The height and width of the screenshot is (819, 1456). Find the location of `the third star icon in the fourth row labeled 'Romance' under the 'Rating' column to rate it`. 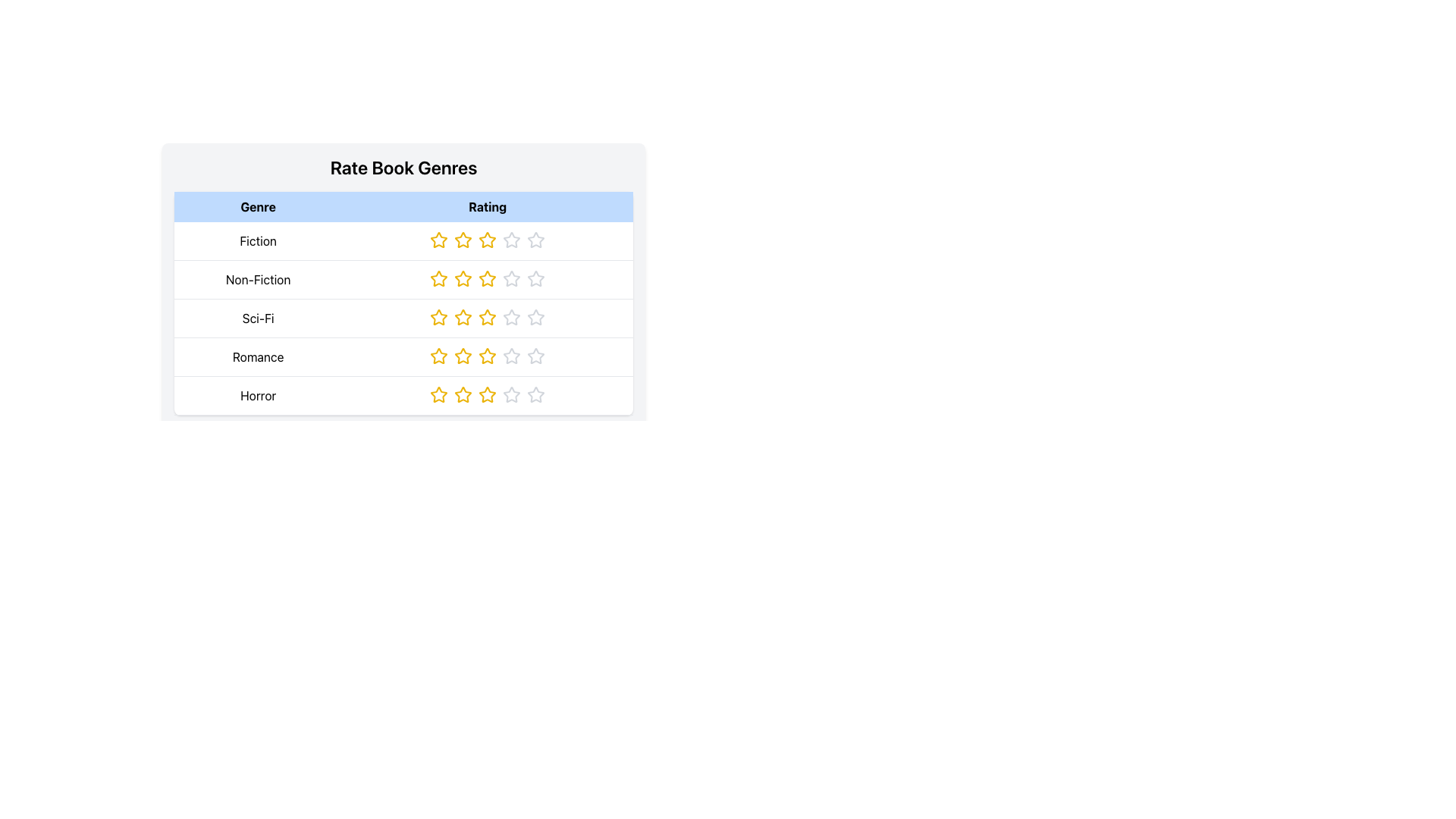

the third star icon in the fourth row labeled 'Romance' under the 'Rating' column to rate it is located at coordinates (488, 356).